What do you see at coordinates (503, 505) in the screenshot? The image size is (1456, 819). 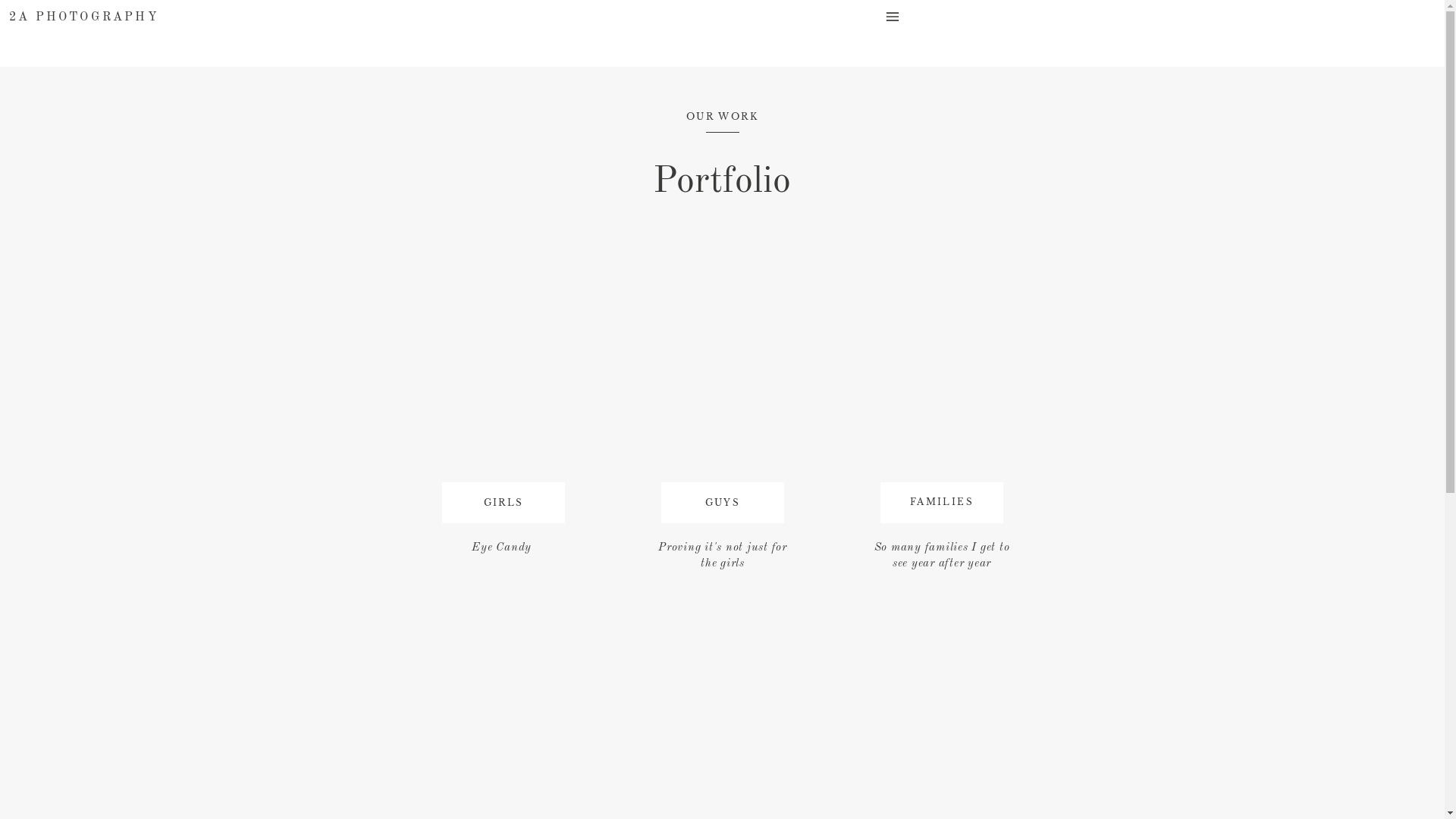 I see `'GIRLS'` at bounding box center [503, 505].